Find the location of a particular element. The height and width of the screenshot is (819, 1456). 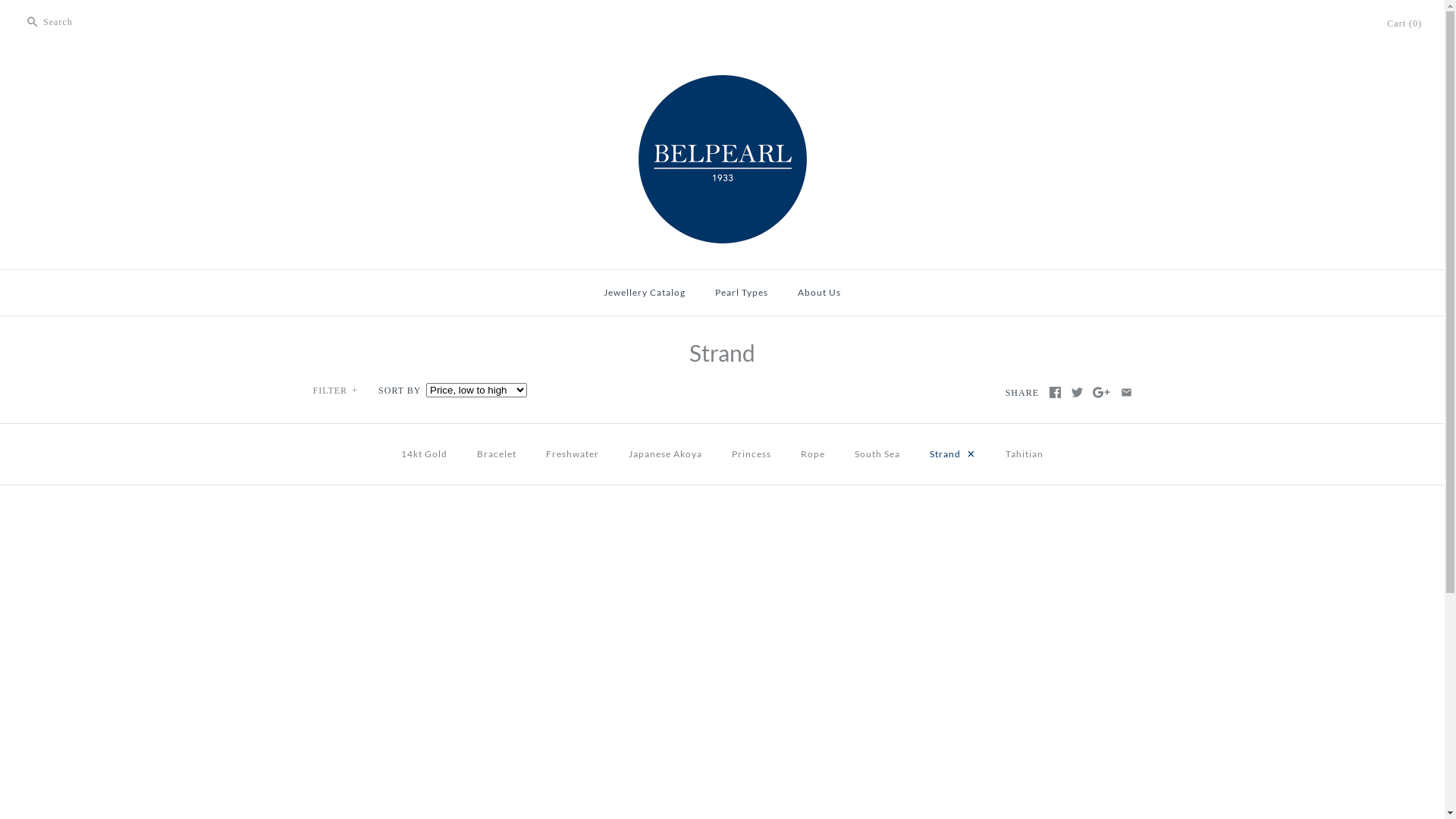

'About Us' is located at coordinates (818, 292).